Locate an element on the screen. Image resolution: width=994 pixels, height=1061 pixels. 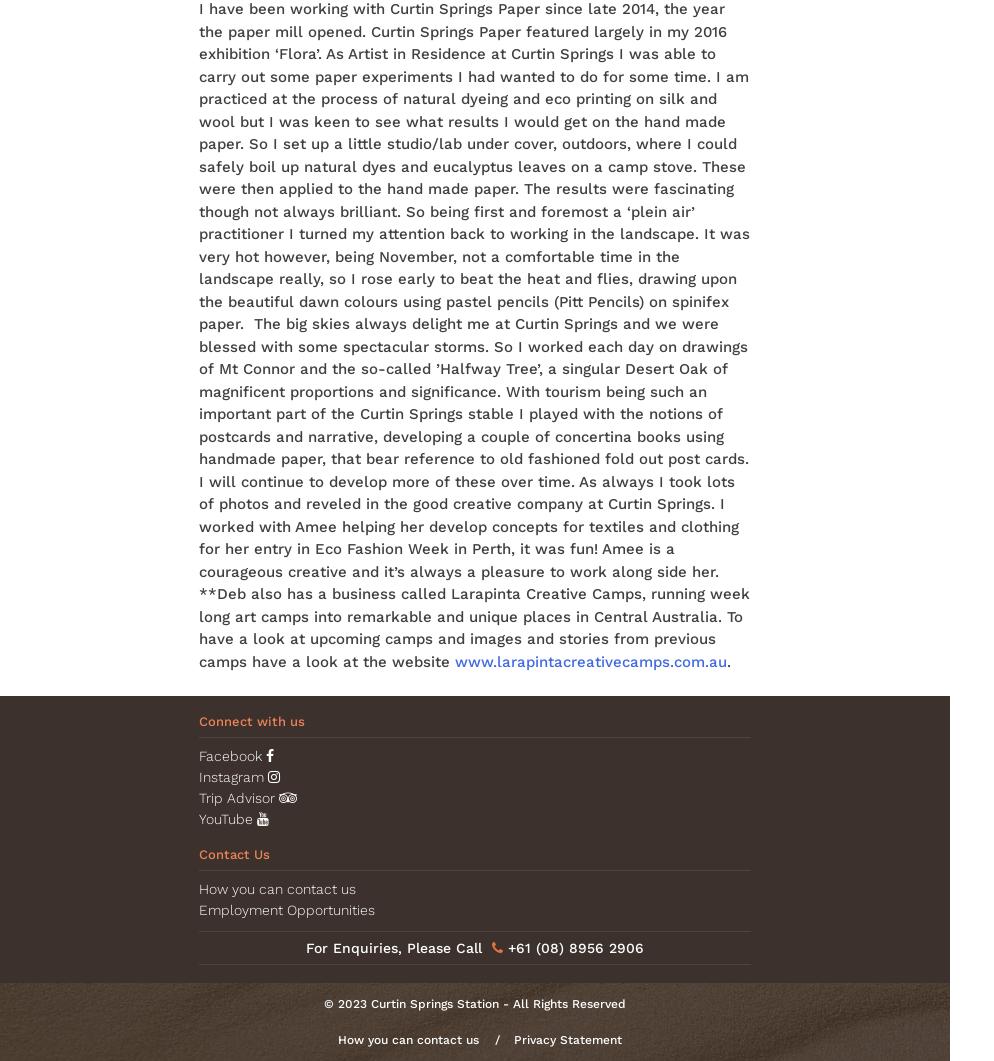
'(08) 8956 2906' is located at coordinates (590, 947).